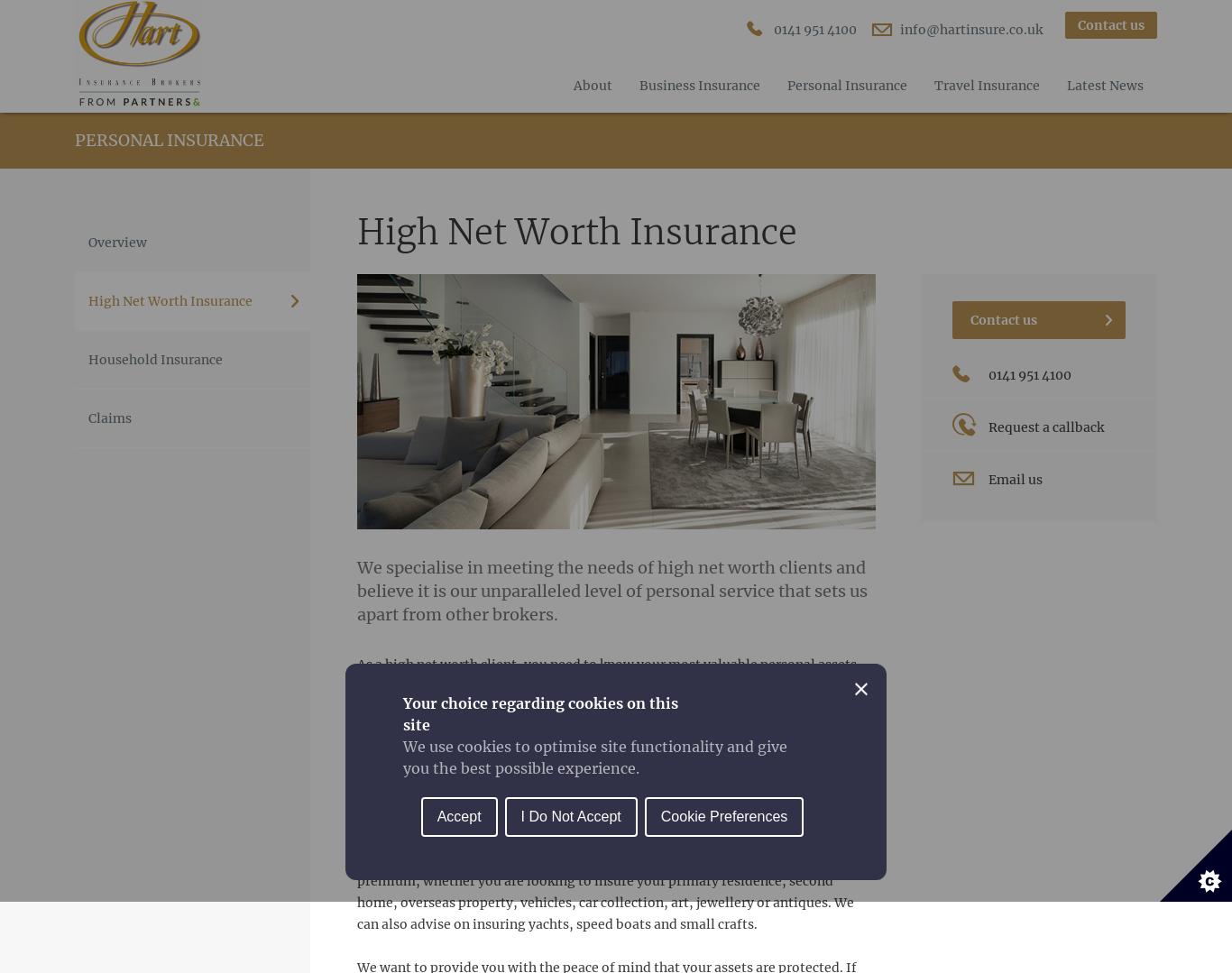 The width and height of the screenshot is (1232, 973). What do you see at coordinates (1105, 84) in the screenshot?
I see `'Latest News'` at bounding box center [1105, 84].